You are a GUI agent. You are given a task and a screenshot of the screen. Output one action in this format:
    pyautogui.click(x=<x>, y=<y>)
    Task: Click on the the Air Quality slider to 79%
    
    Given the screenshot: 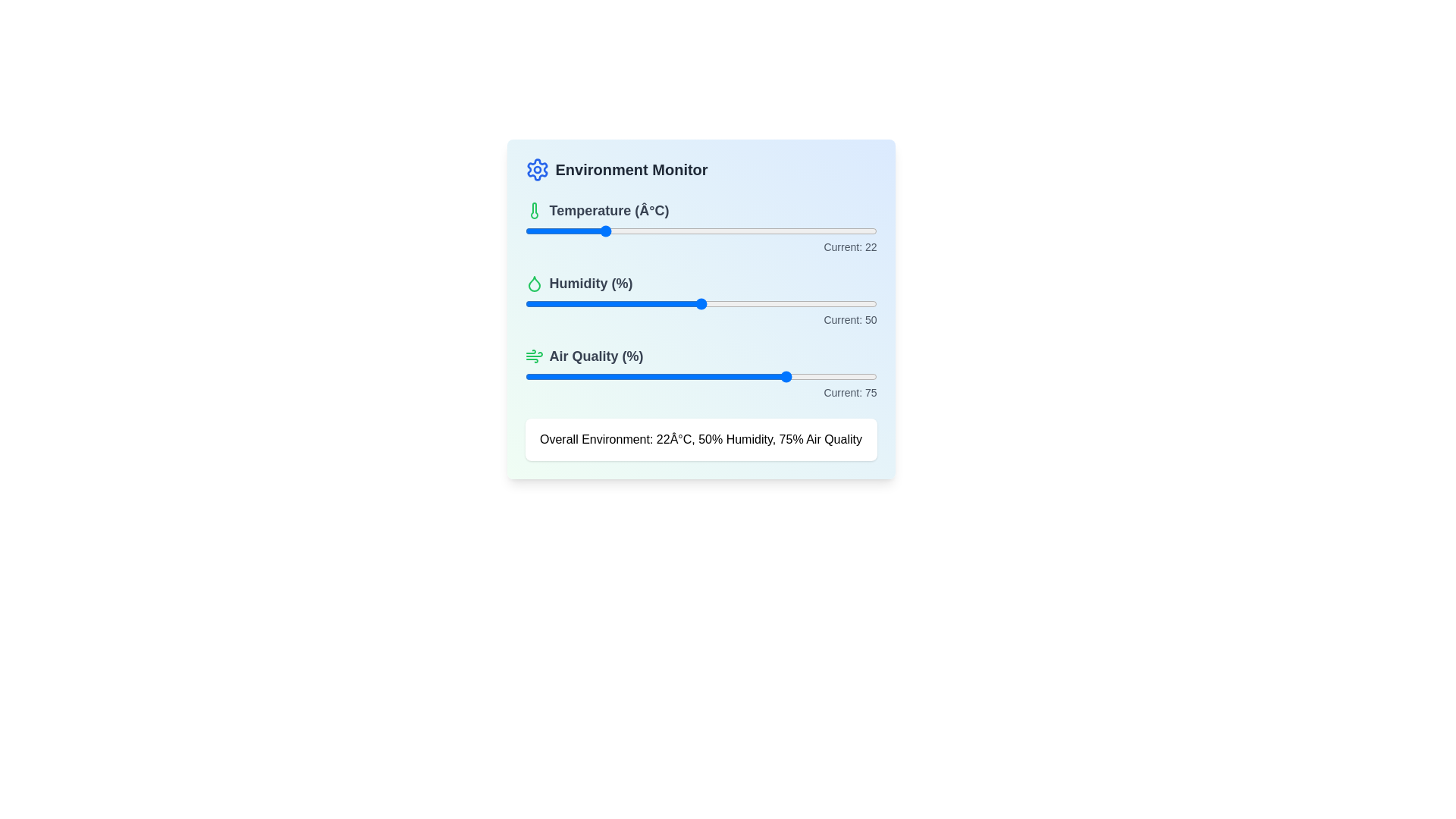 What is the action you would take?
    pyautogui.click(x=802, y=376)
    